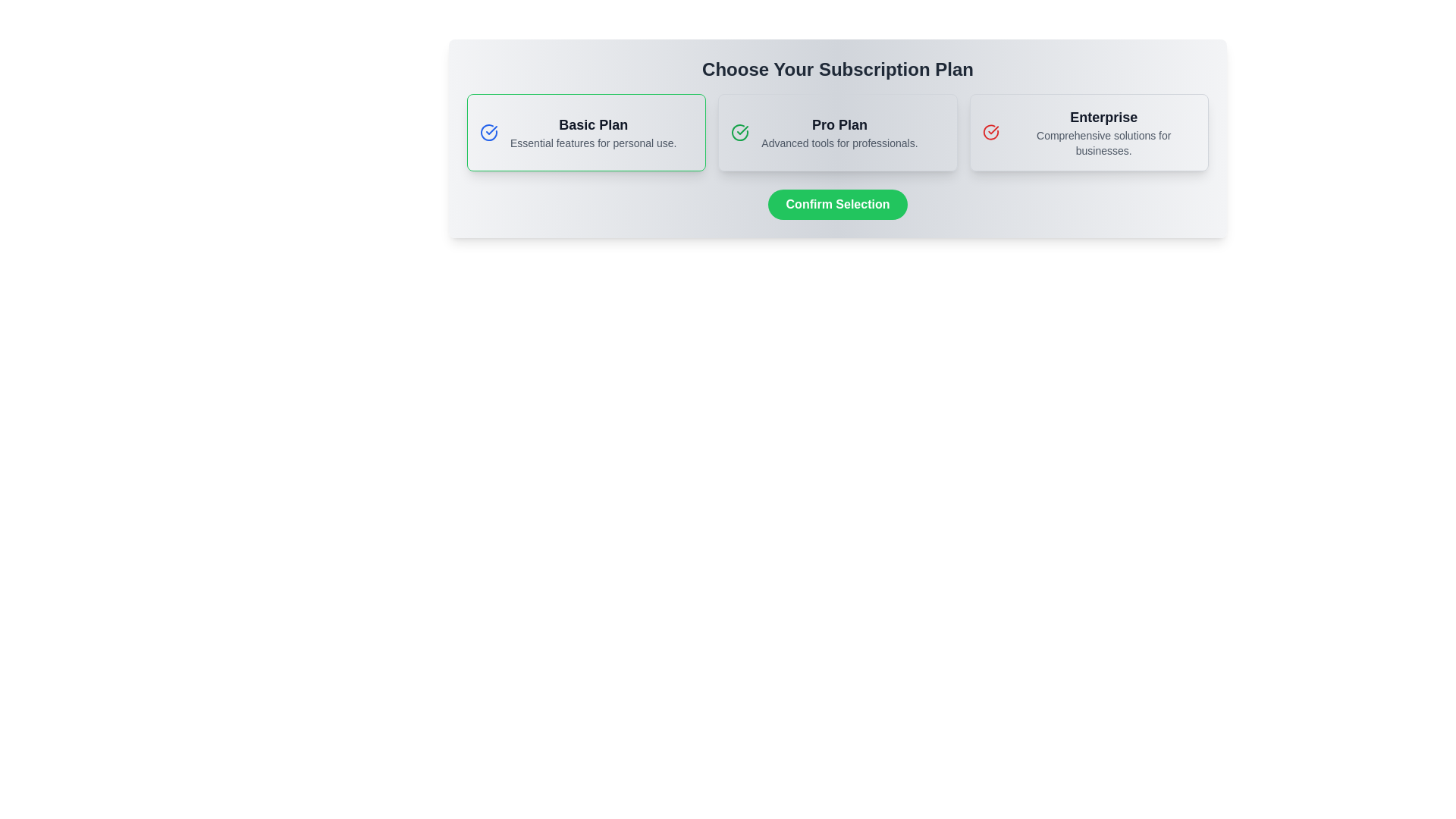 The height and width of the screenshot is (819, 1456). I want to click on the Graphical Indicator (checkmark icon) located within the 'Basic Plan' card to detect any hover-specific effects, so click(742, 130).